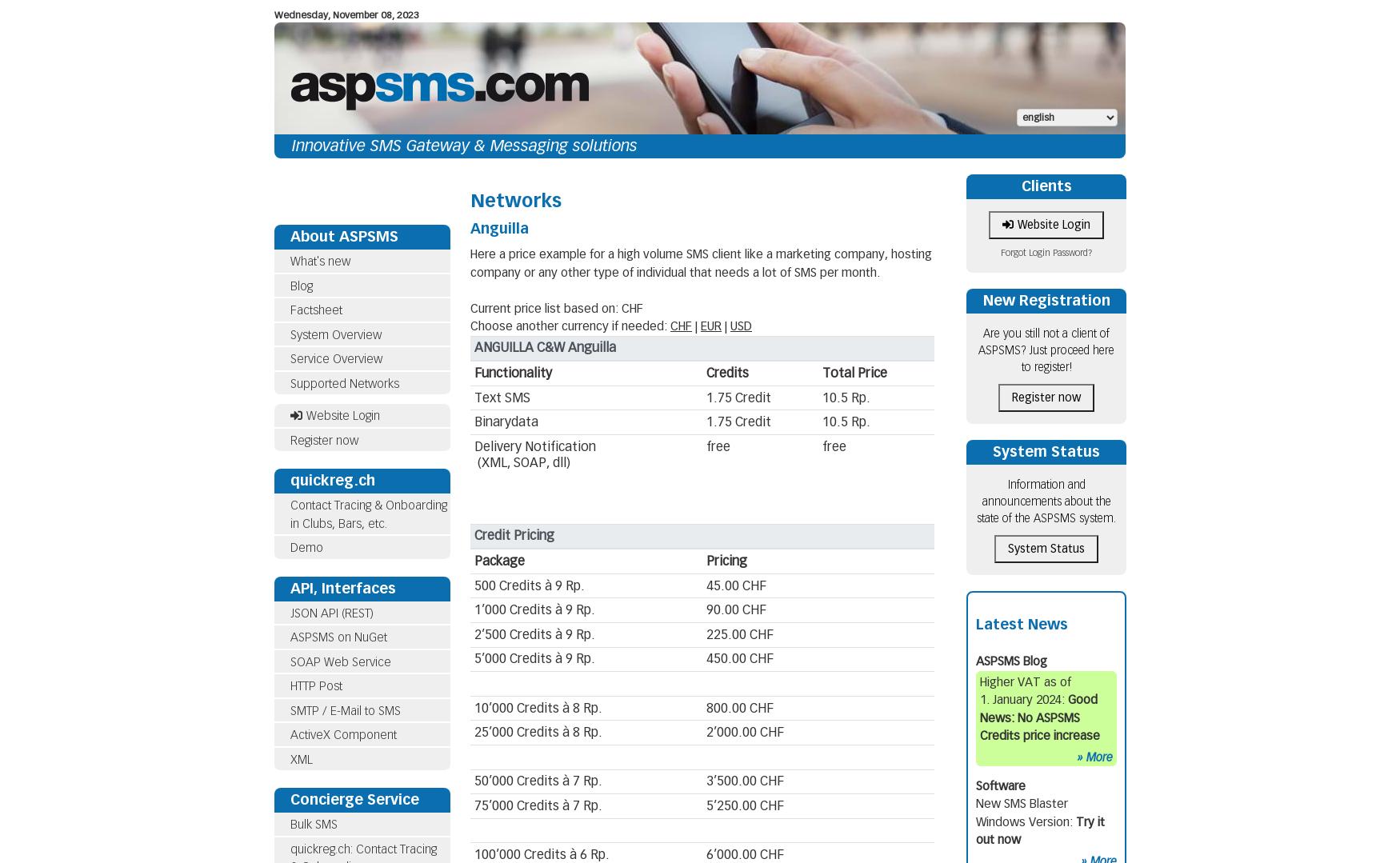 The width and height of the screenshot is (1400, 863). What do you see at coordinates (743, 732) in the screenshot?
I see `'2’000.00 CHF'` at bounding box center [743, 732].